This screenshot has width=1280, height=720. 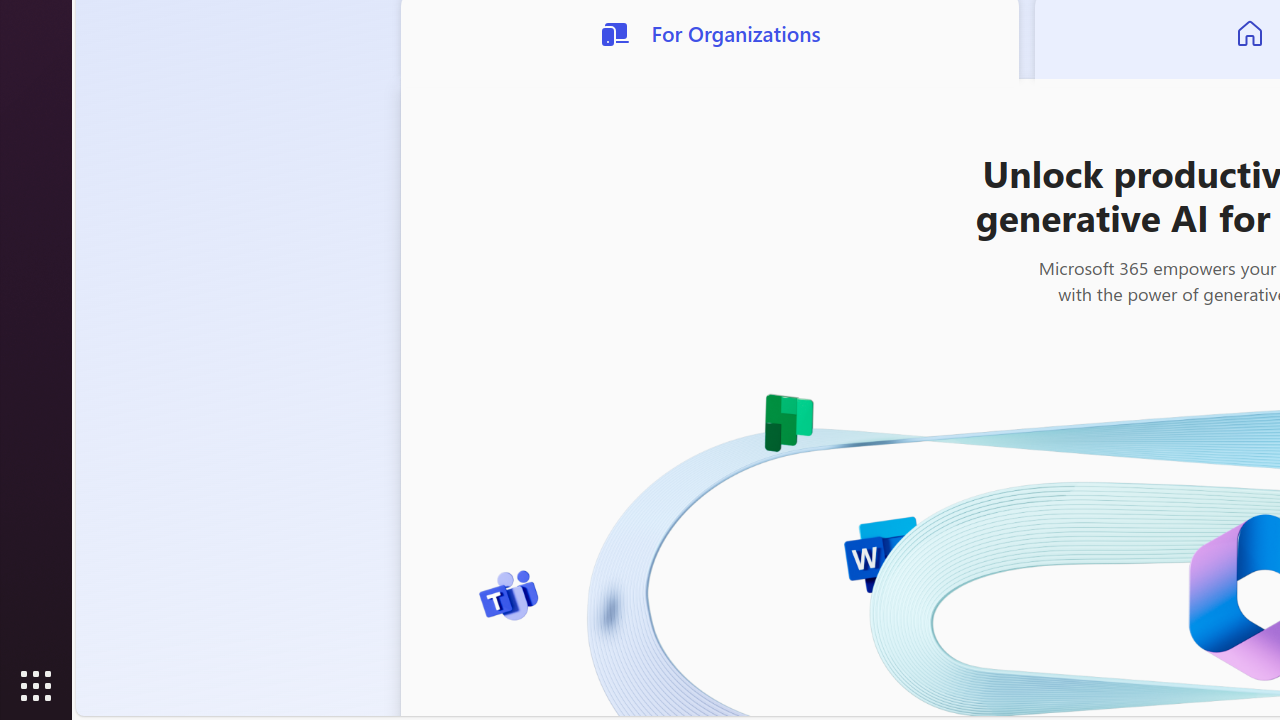 I want to click on 'Show Applications', so click(x=35, y=685).